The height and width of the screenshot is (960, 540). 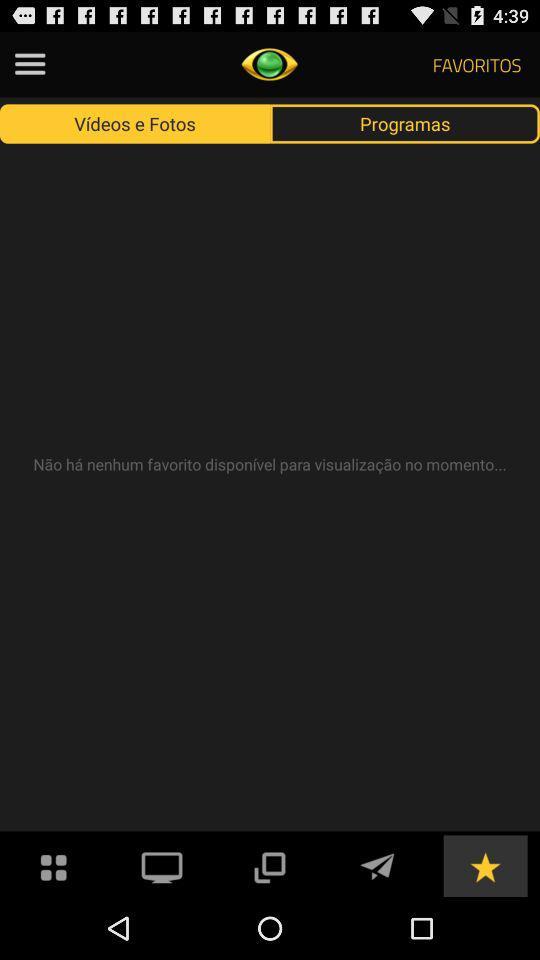 What do you see at coordinates (377, 864) in the screenshot?
I see `send message` at bounding box center [377, 864].